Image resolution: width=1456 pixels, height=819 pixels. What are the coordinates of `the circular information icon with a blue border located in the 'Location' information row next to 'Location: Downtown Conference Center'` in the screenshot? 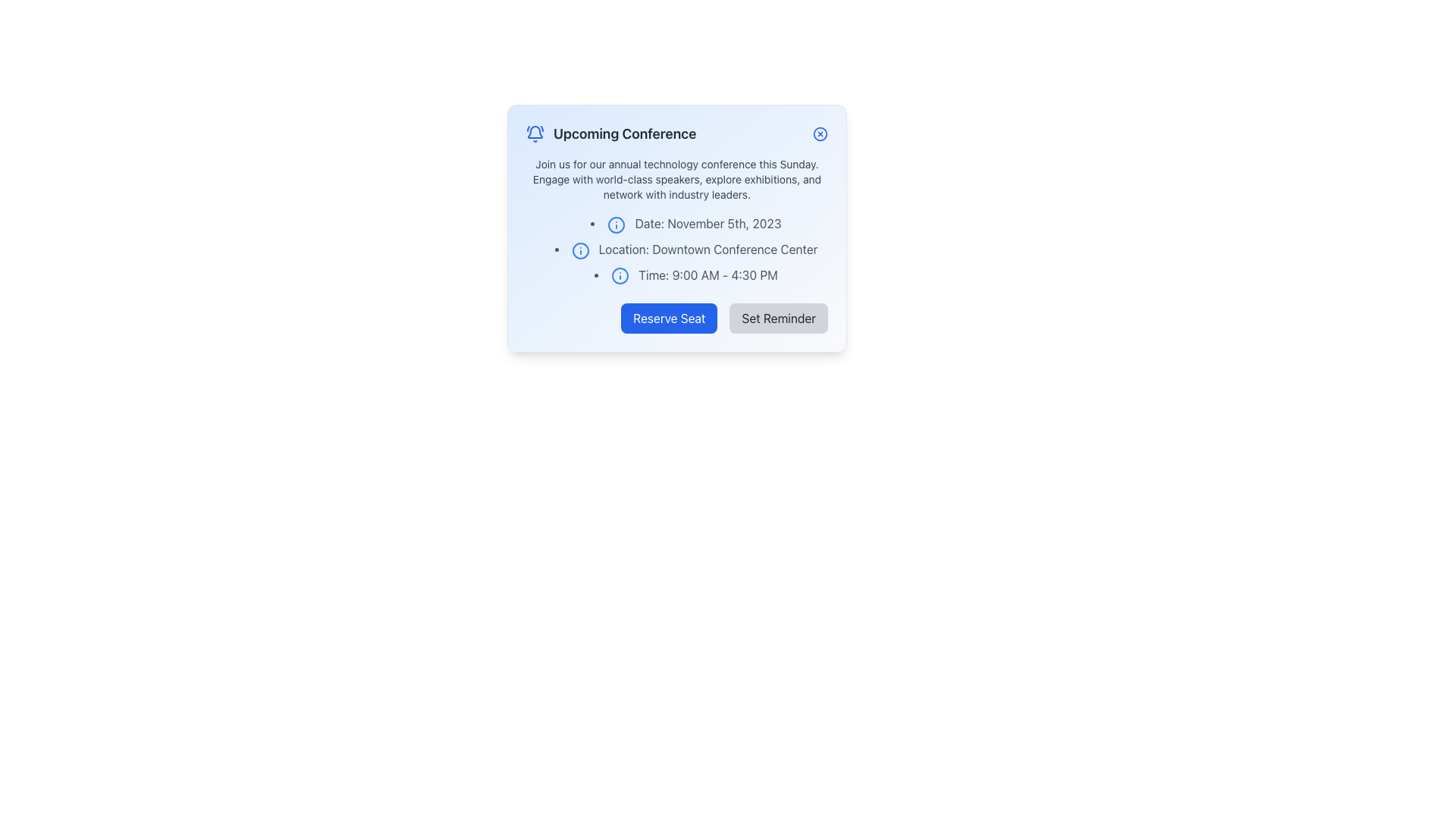 It's located at (579, 249).